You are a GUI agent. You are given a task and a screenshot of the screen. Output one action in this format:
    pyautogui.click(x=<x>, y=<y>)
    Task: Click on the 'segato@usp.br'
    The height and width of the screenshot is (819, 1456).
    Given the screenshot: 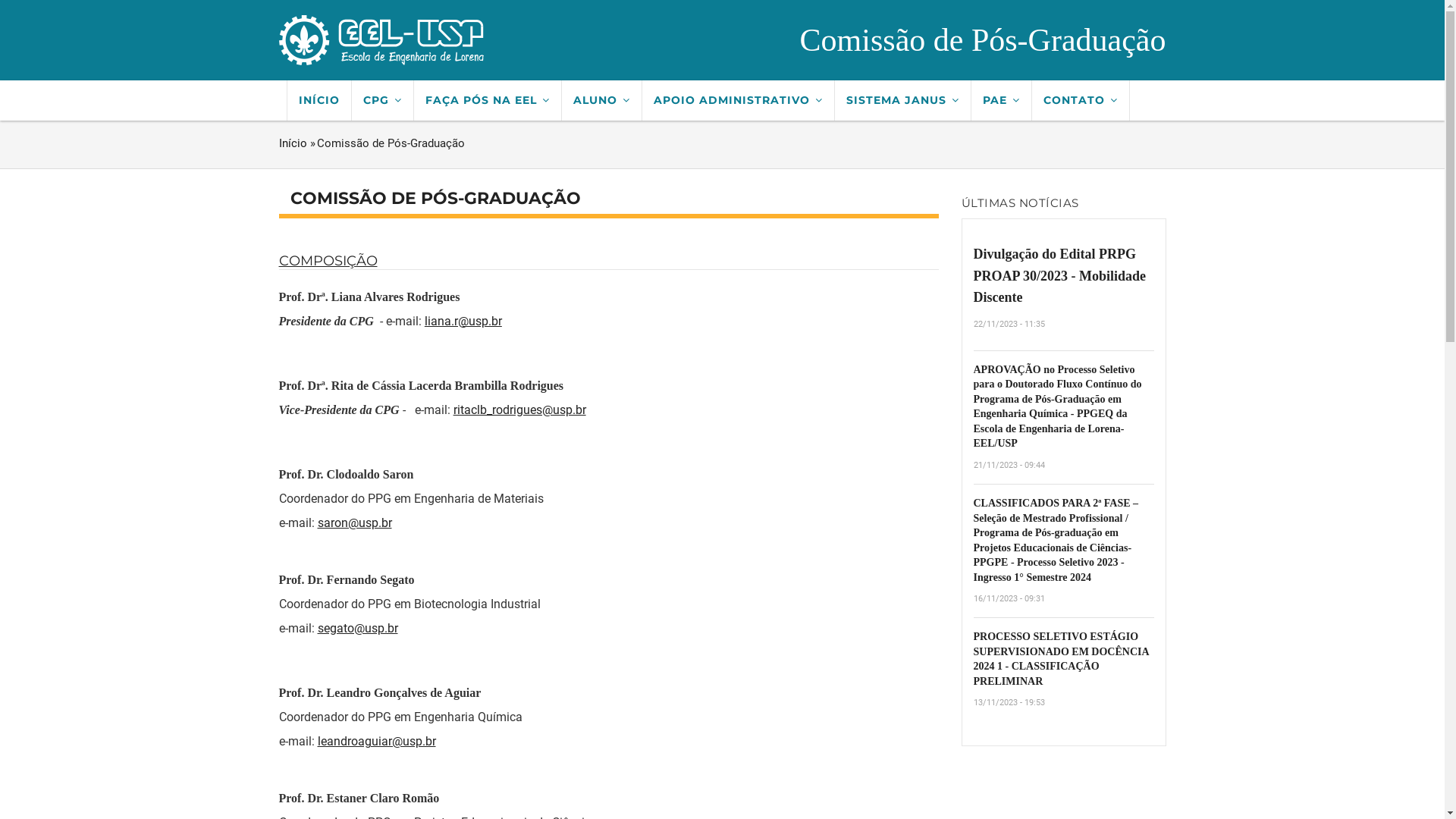 What is the action you would take?
    pyautogui.click(x=356, y=628)
    